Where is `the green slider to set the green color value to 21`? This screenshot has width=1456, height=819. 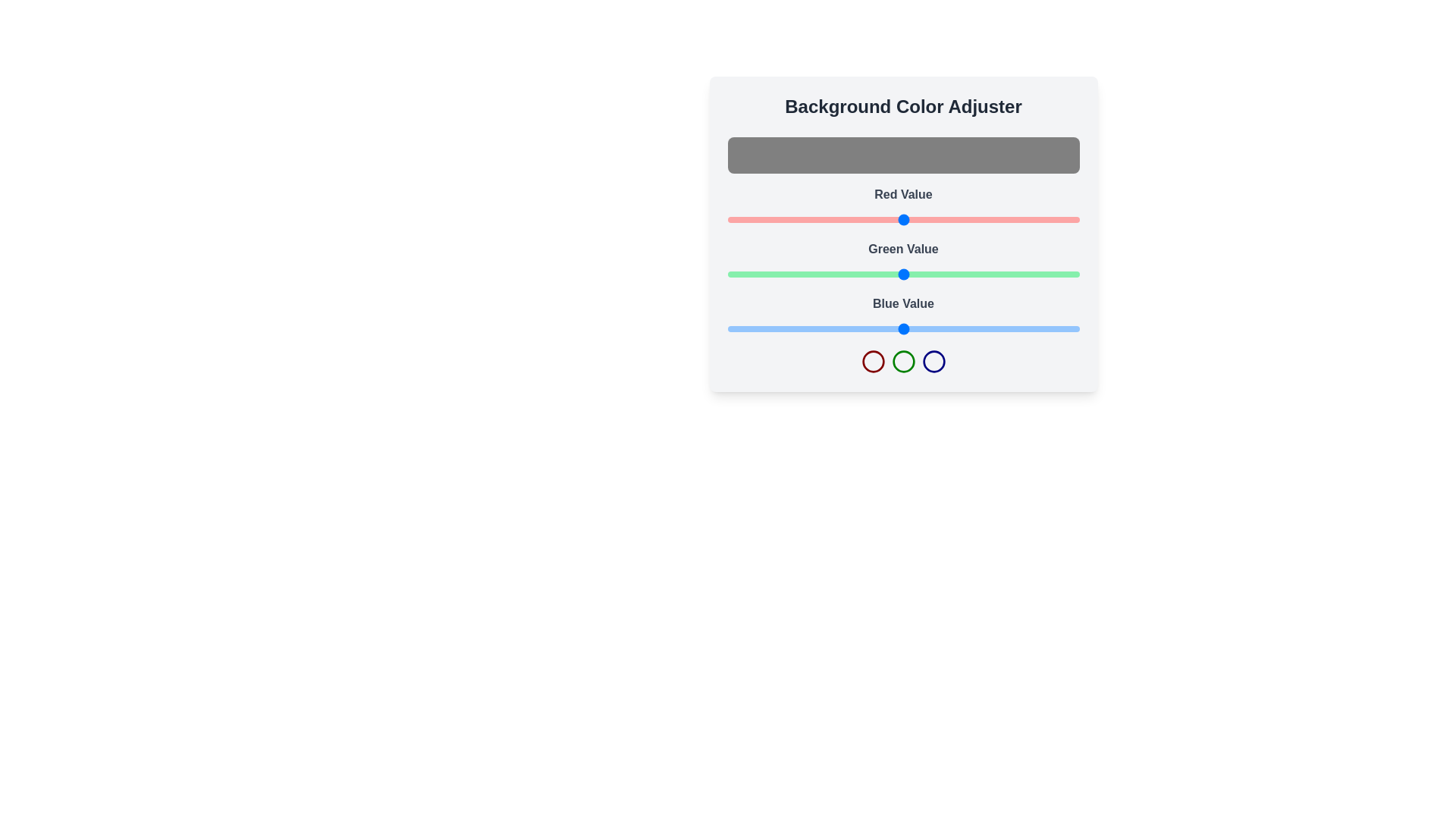 the green slider to set the green color value to 21 is located at coordinates (756, 275).